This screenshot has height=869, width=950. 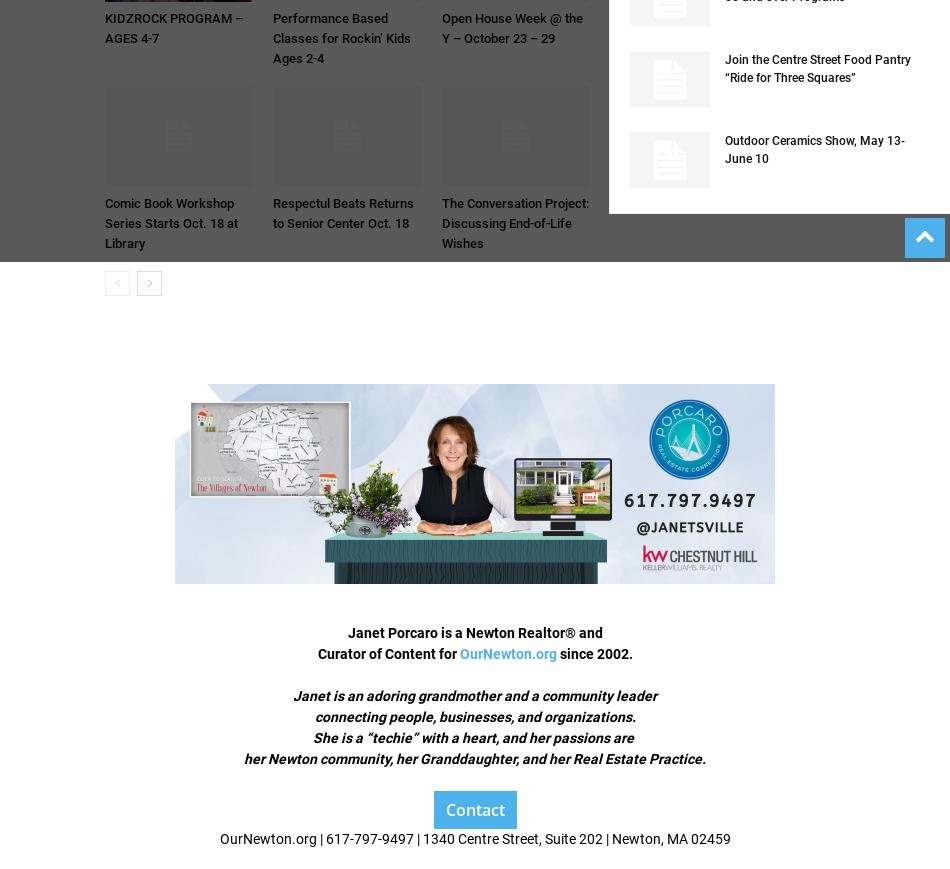 I want to click on 'KIDZROCK PROGRAM – AGES 4-7', so click(x=174, y=27).